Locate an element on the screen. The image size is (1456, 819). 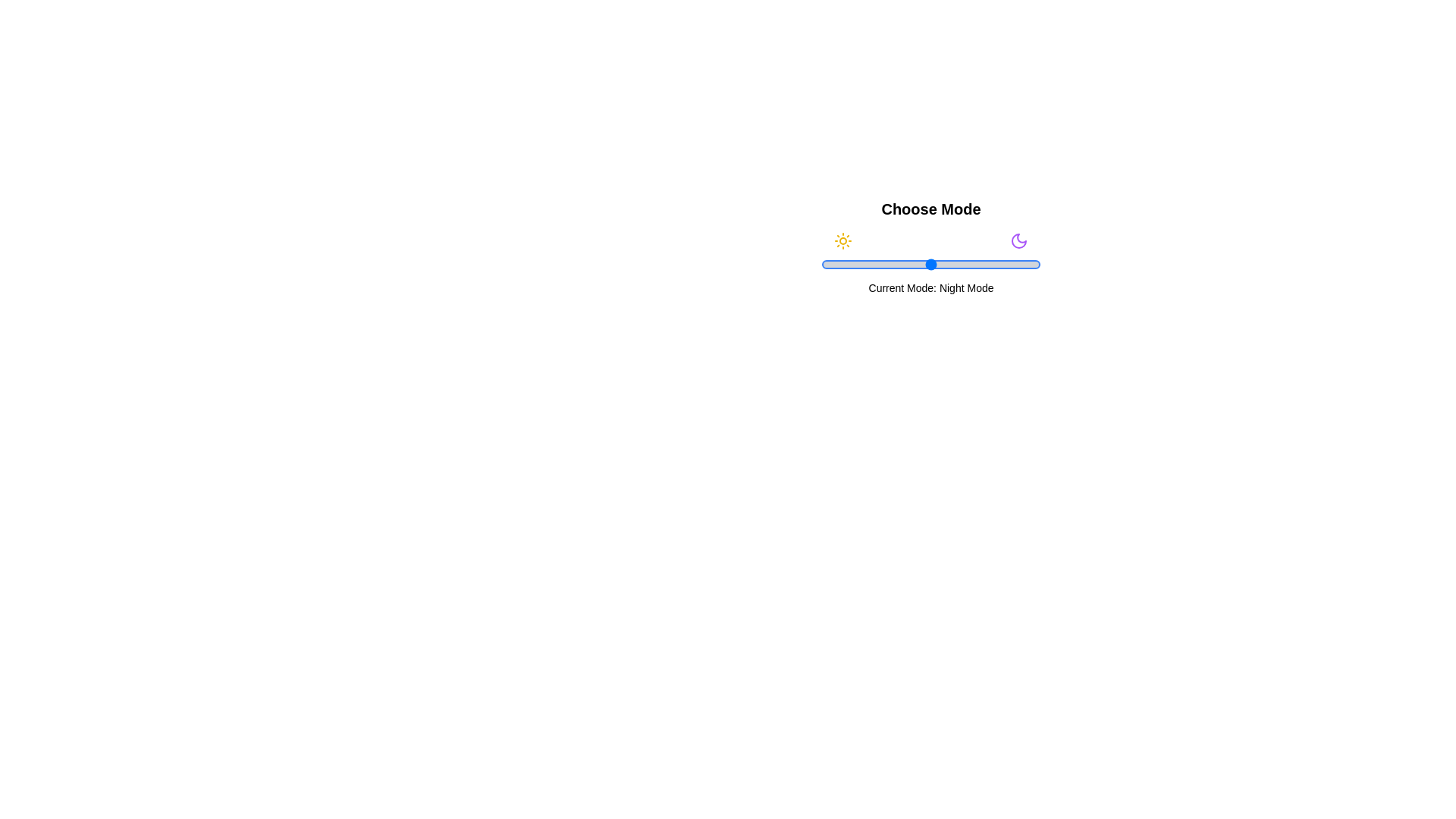
the slider to 32% to set the mode is located at coordinates (892, 263).